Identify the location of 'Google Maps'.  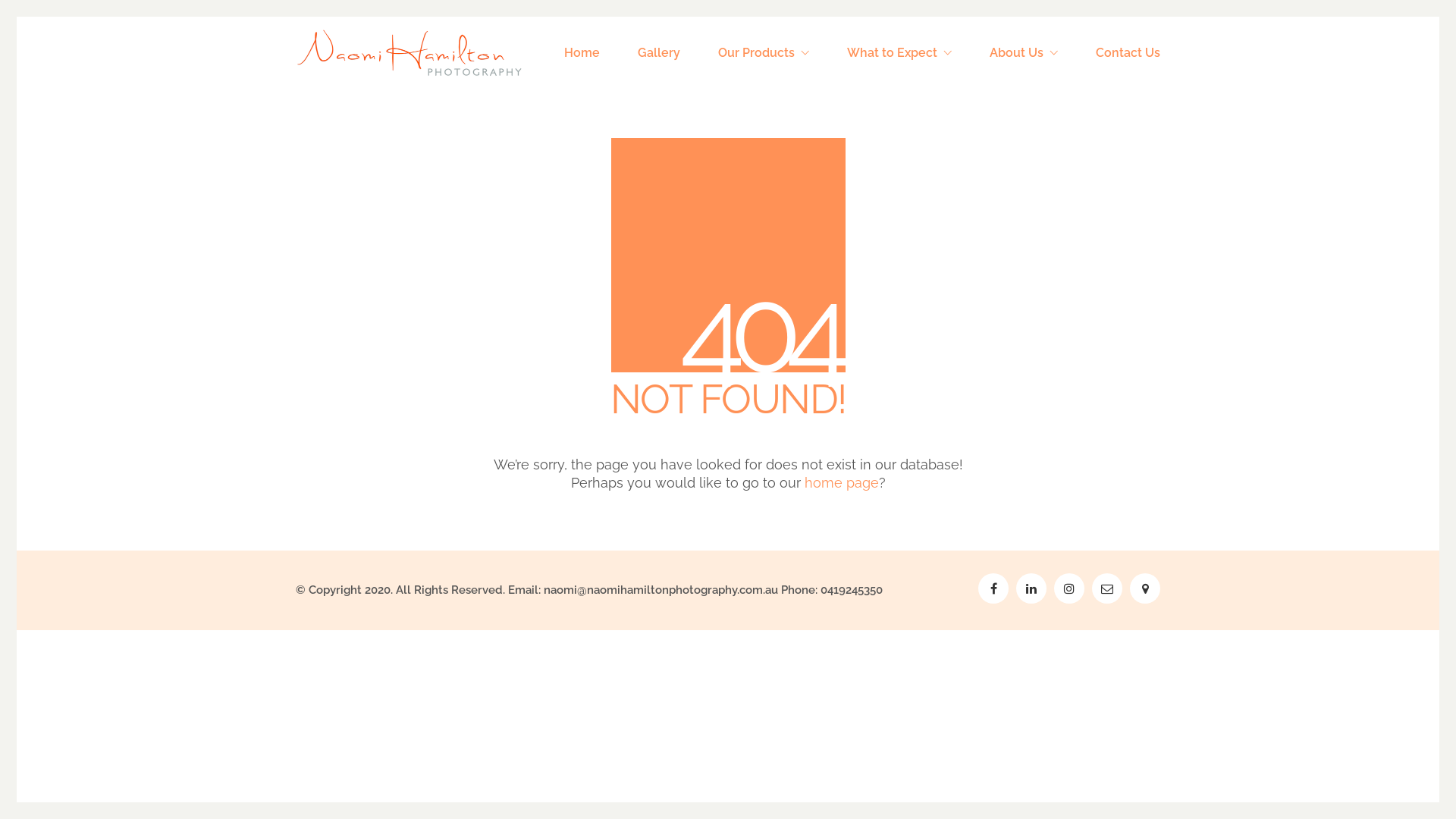
(1145, 587).